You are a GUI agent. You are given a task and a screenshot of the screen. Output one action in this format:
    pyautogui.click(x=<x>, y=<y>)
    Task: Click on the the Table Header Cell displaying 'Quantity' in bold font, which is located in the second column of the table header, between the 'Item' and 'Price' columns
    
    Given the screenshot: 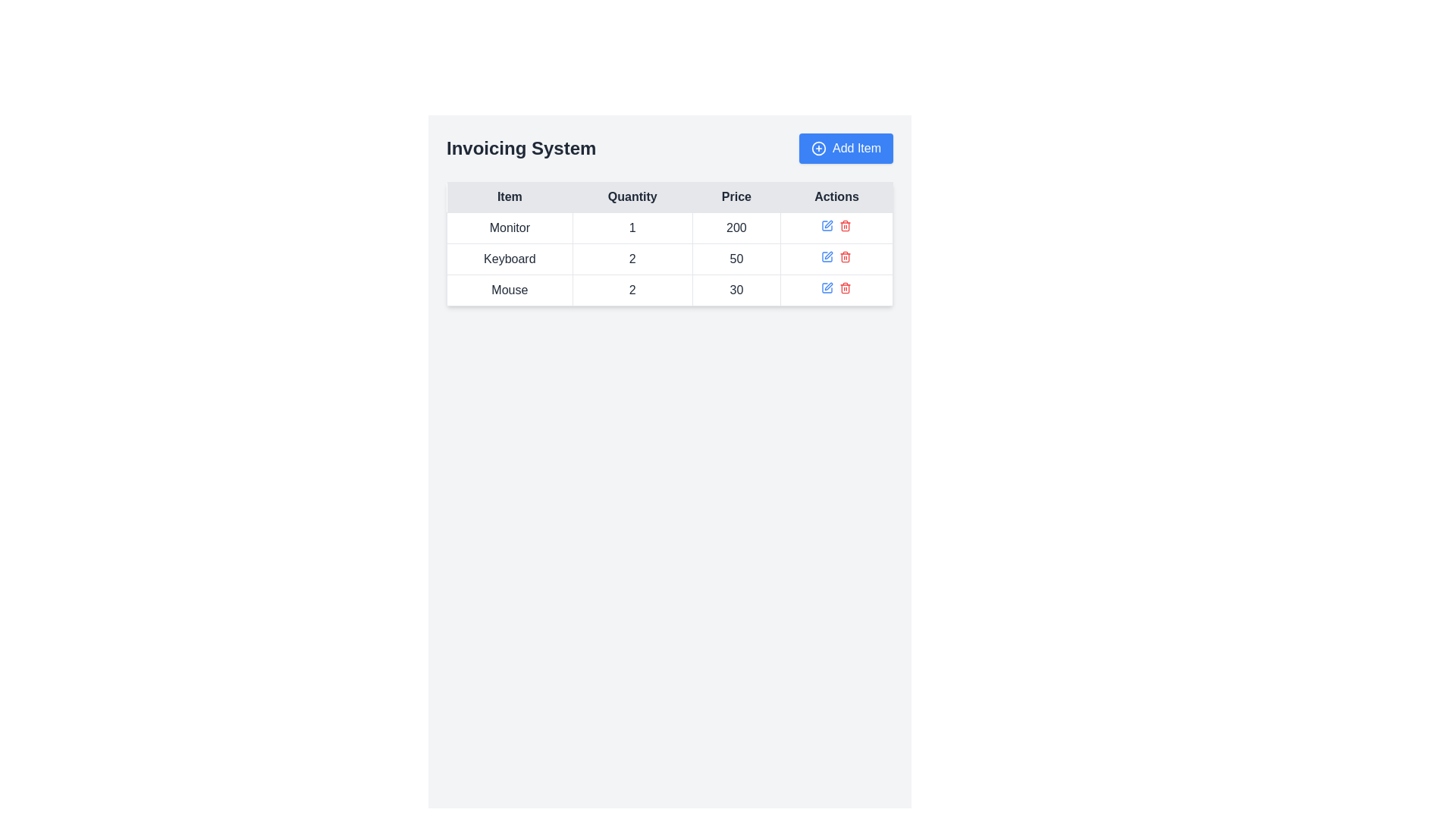 What is the action you would take?
    pyautogui.click(x=632, y=196)
    